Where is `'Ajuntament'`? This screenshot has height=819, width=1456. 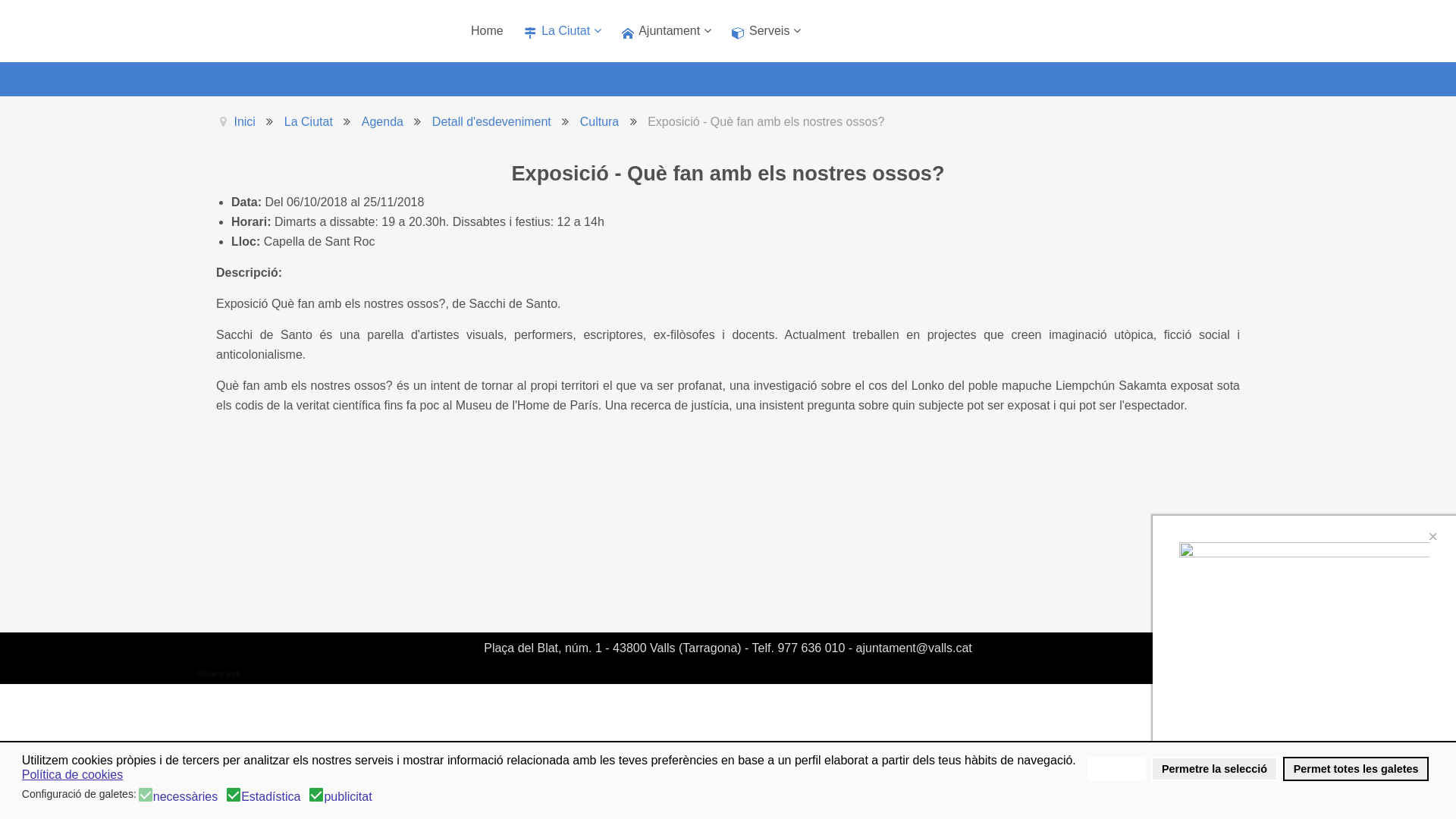 'Ajuntament' is located at coordinates (610, 31).